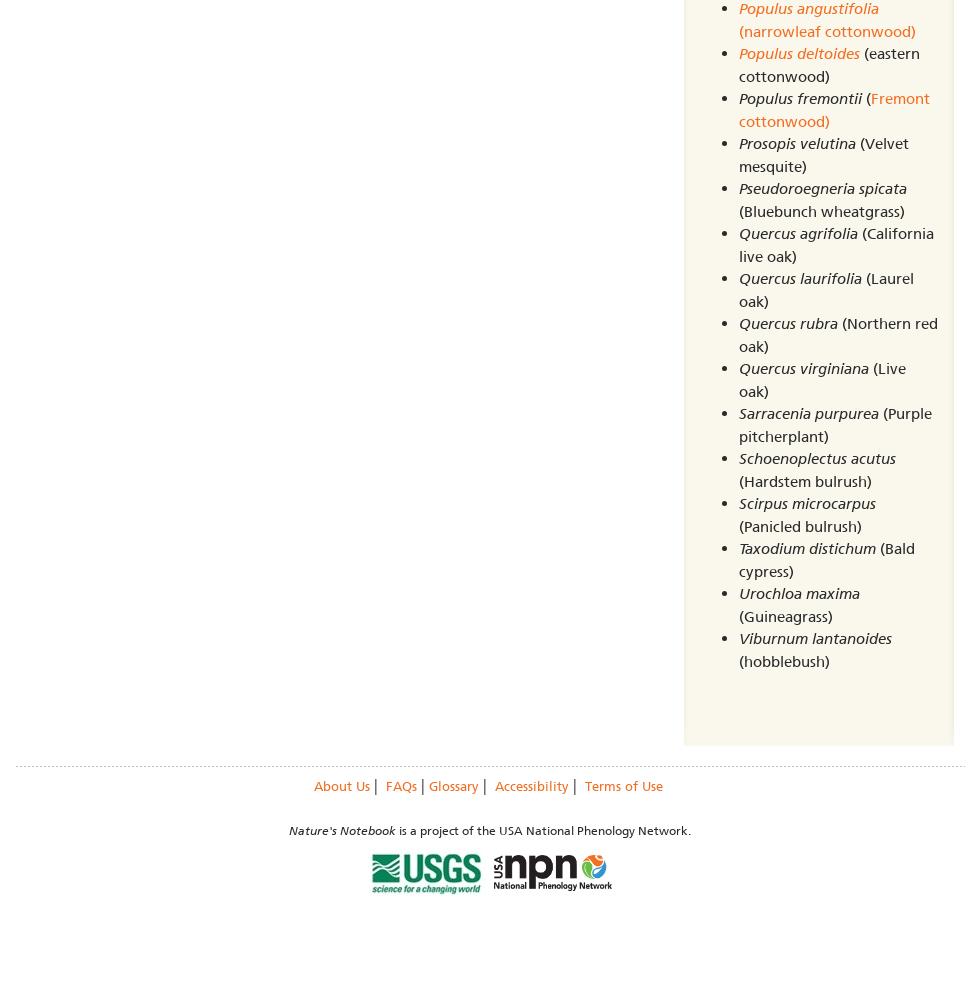 This screenshot has width=980, height=995. Describe the element at coordinates (799, 524) in the screenshot. I see `'(Panicled bulrush)'` at that location.